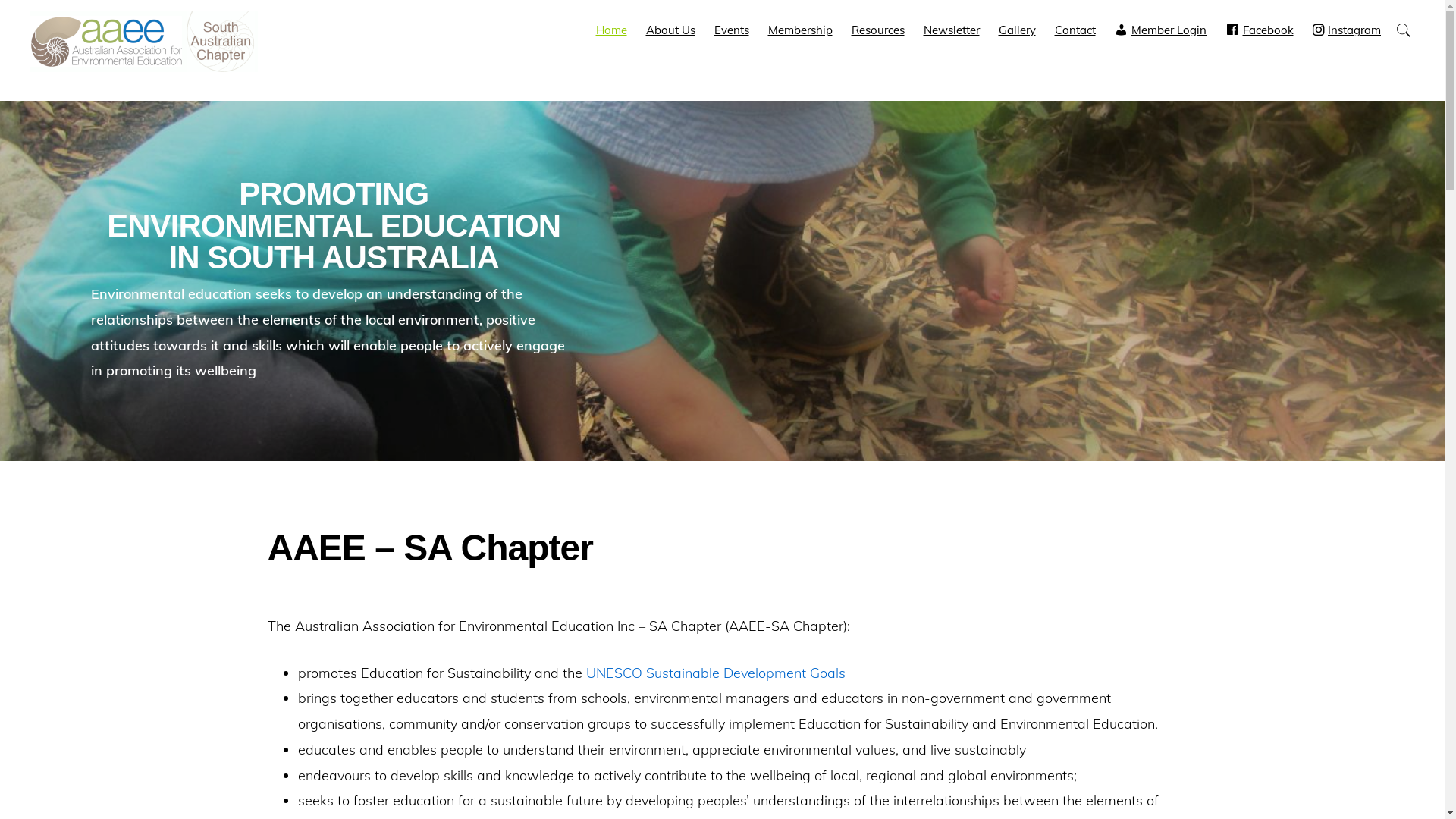  Describe the element at coordinates (611, 30) in the screenshot. I see `'Home'` at that location.